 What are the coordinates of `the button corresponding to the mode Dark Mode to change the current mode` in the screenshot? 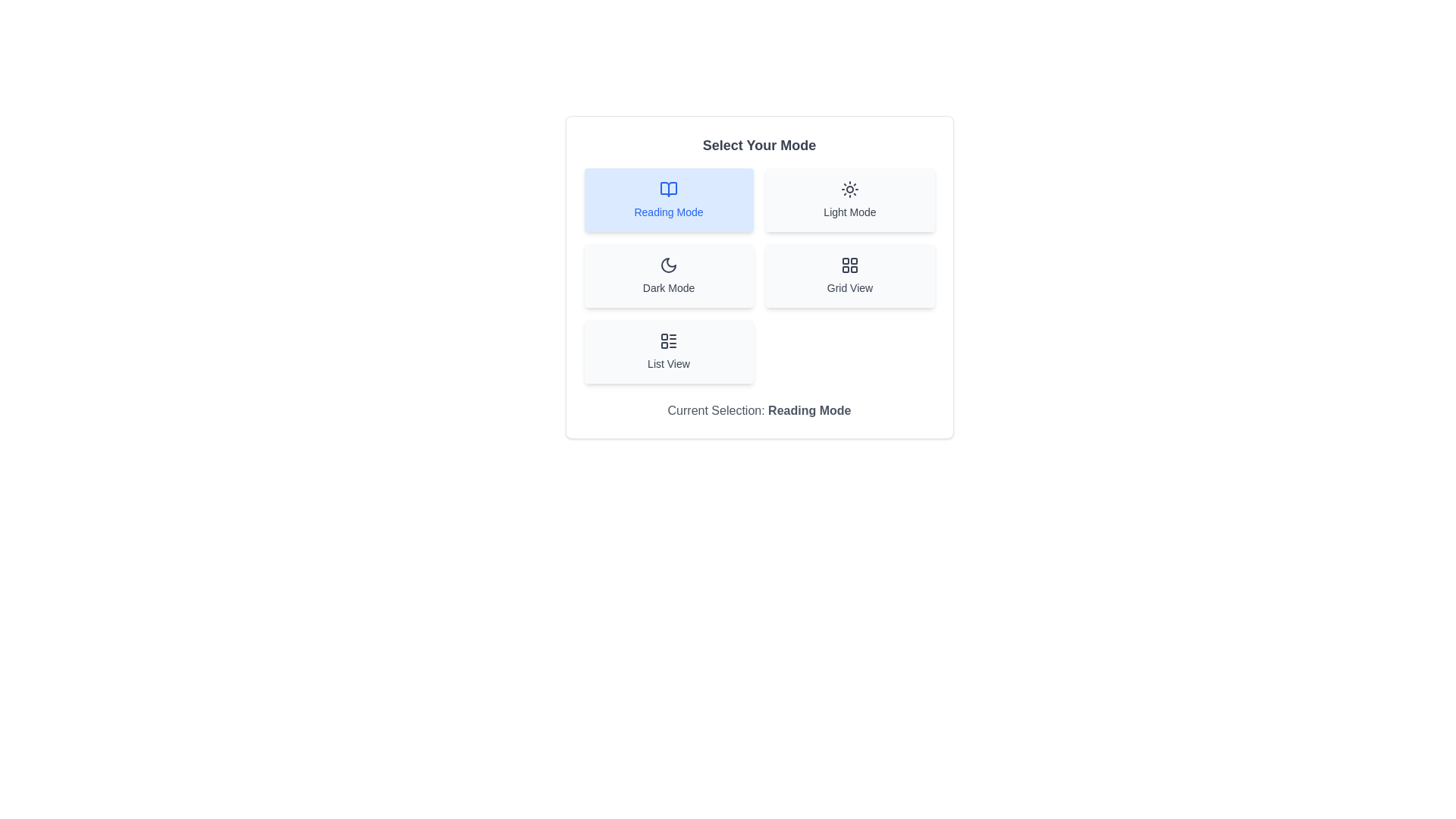 It's located at (668, 275).